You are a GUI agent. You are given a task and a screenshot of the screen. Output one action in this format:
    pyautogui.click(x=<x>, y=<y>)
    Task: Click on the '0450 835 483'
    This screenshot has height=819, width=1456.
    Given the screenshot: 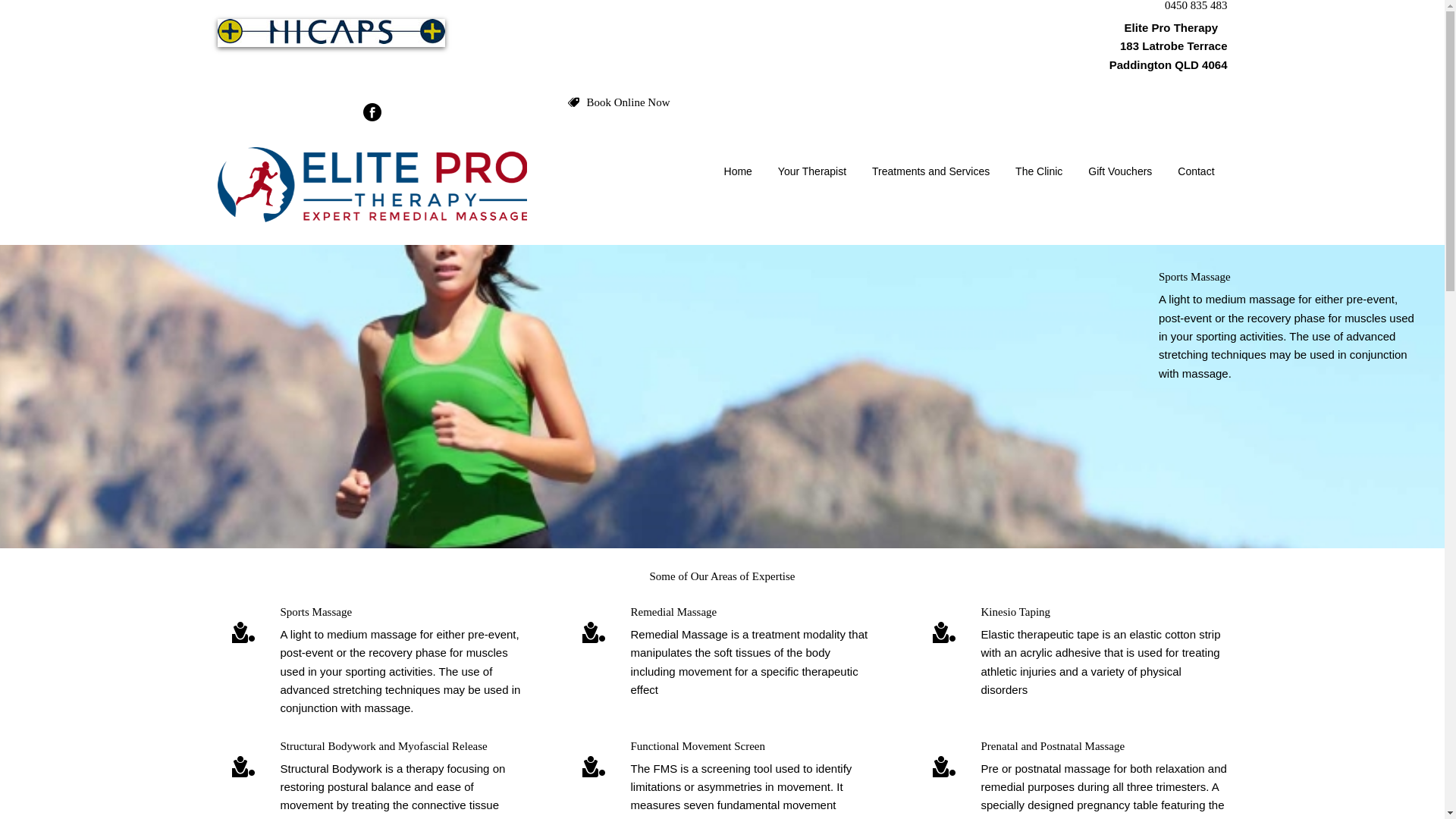 What is the action you would take?
    pyautogui.click(x=1164, y=5)
    